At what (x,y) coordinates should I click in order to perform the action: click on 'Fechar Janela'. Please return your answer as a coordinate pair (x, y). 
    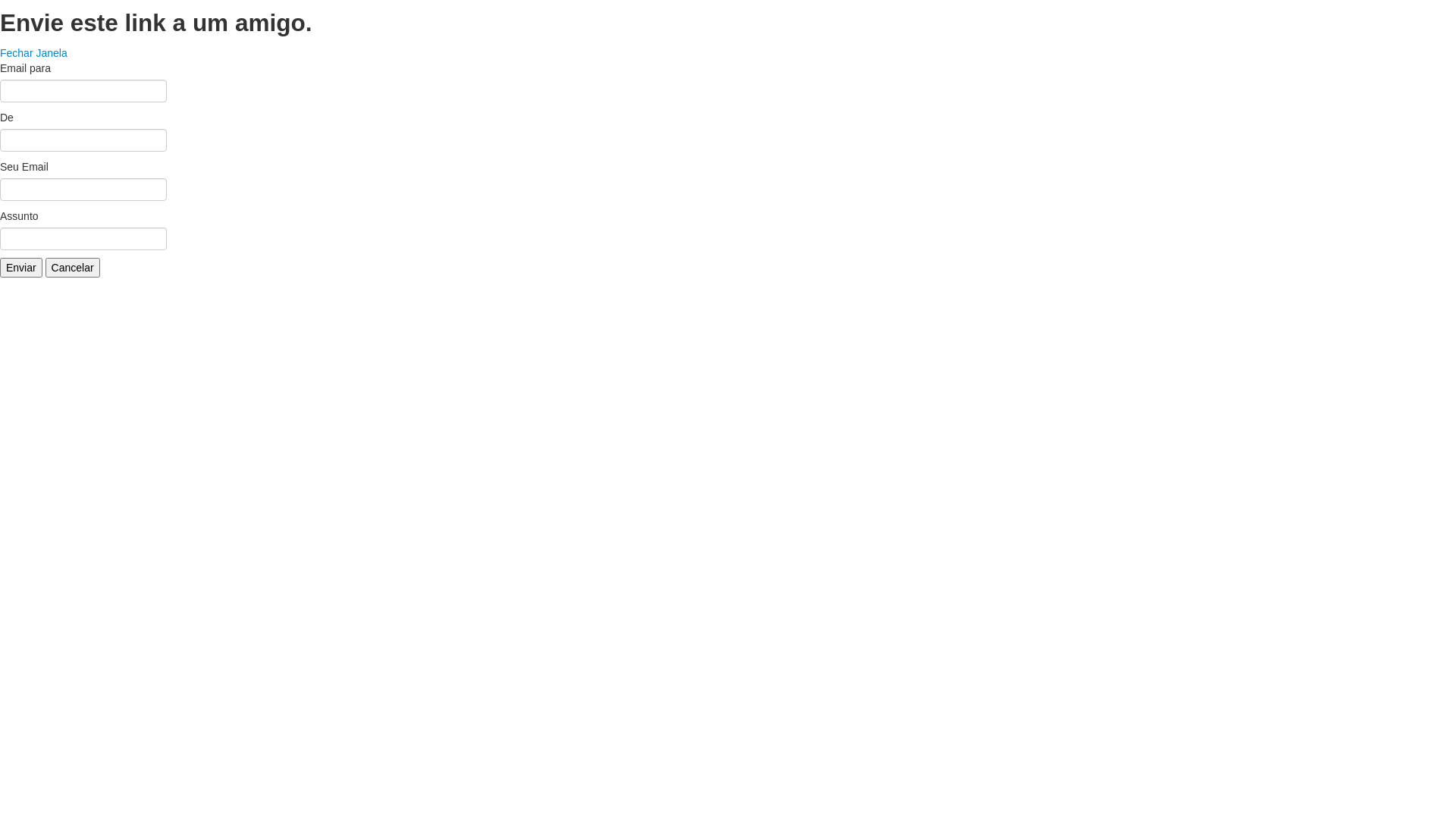
    Looking at the image, I should click on (33, 52).